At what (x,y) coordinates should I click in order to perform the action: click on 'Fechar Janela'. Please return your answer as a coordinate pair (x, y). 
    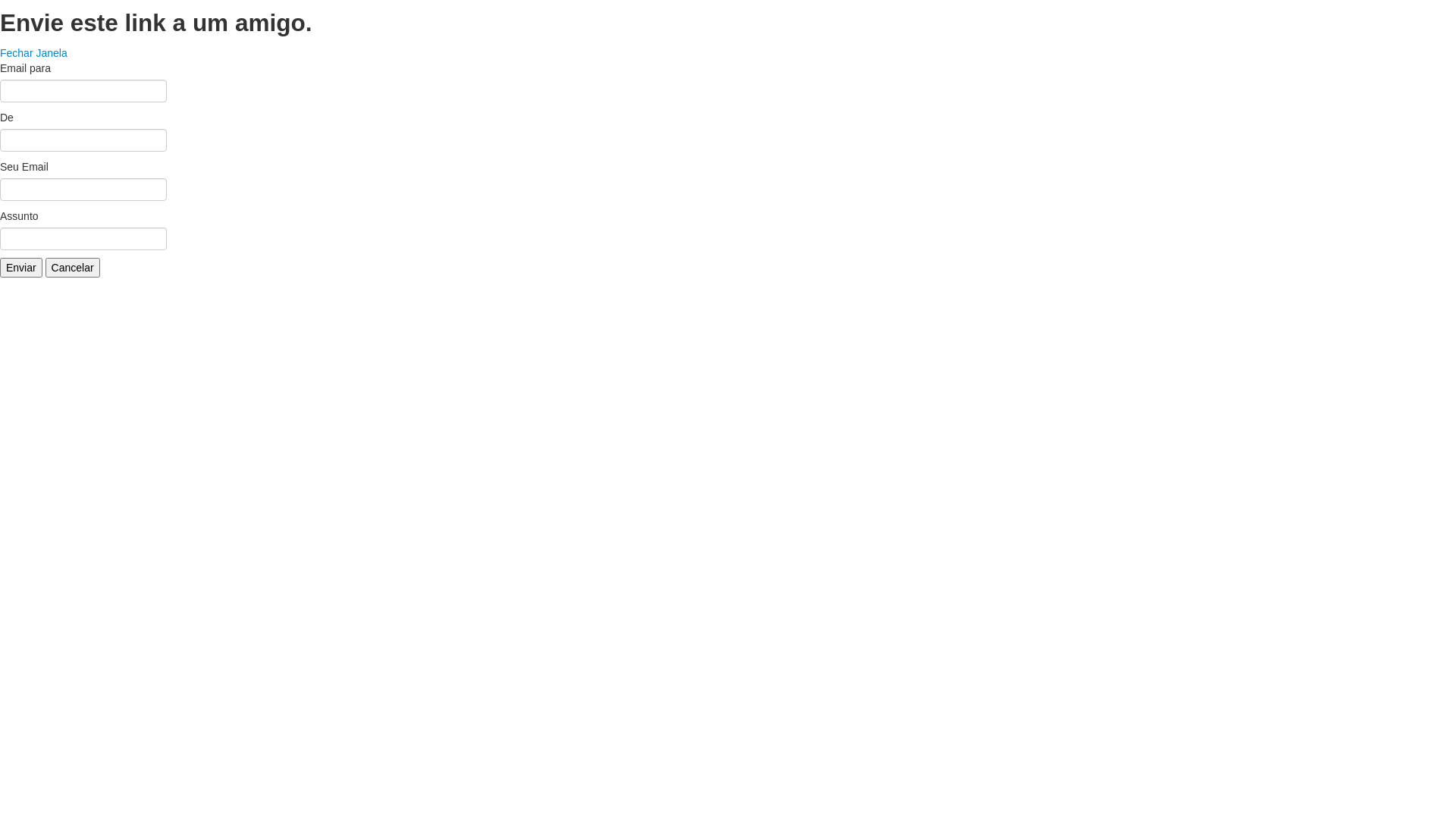
    Looking at the image, I should click on (33, 52).